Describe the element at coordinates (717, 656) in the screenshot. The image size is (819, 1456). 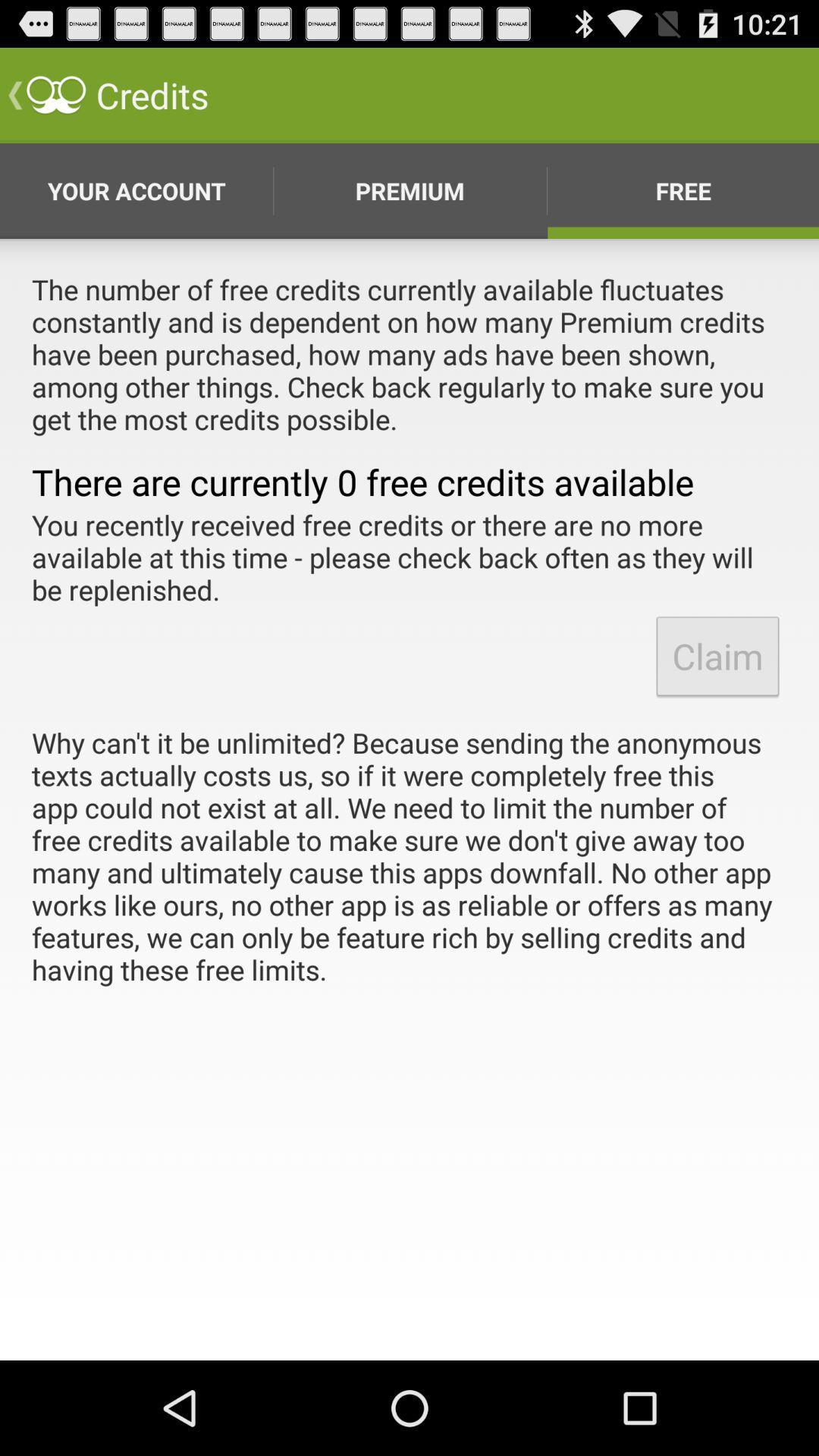
I see `claim  button` at that location.